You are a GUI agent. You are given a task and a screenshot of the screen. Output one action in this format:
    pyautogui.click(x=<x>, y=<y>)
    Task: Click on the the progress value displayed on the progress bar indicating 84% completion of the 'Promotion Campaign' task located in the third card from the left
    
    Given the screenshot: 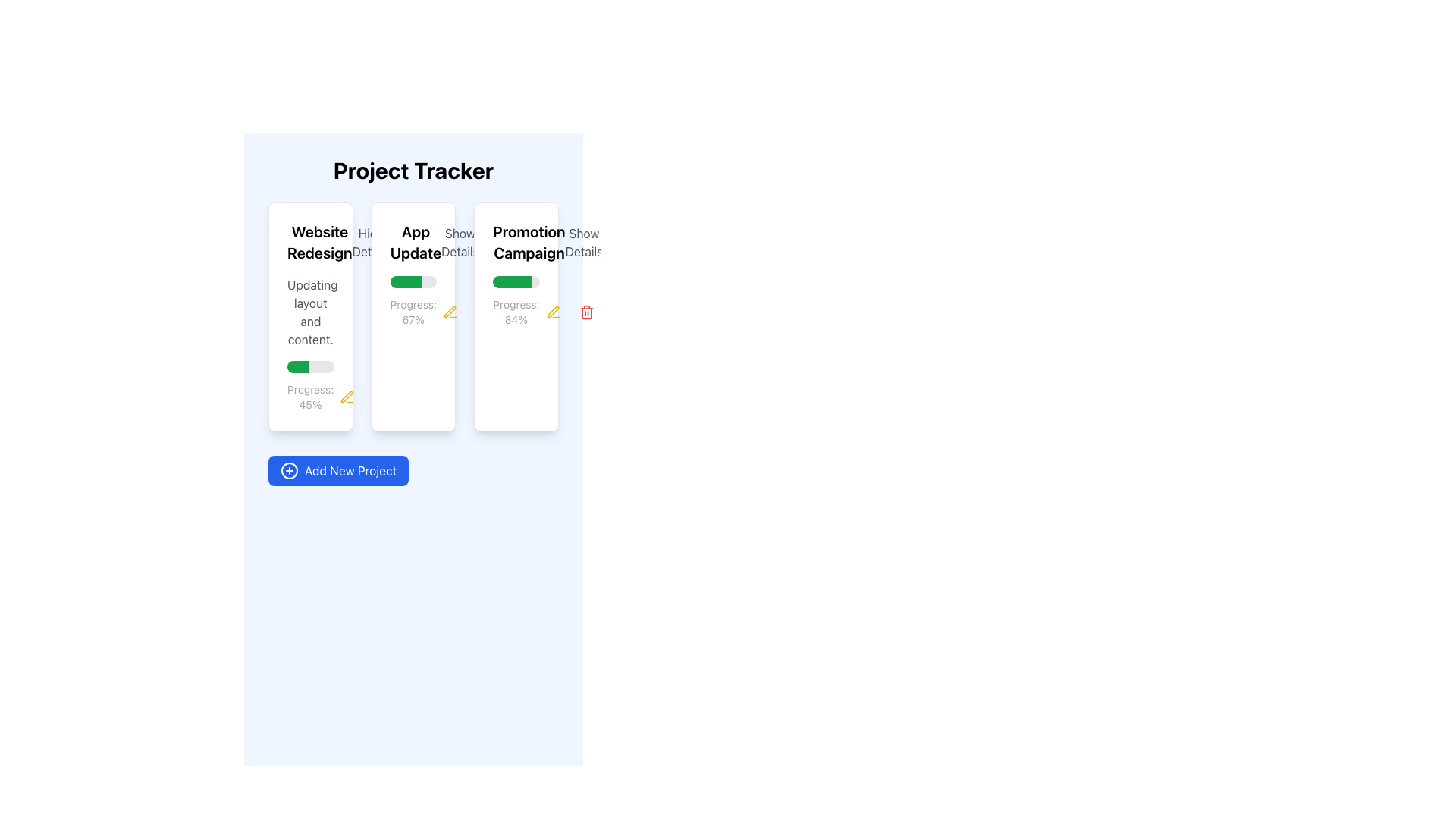 What is the action you would take?
    pyautogui.click(x=513, y=281)
    